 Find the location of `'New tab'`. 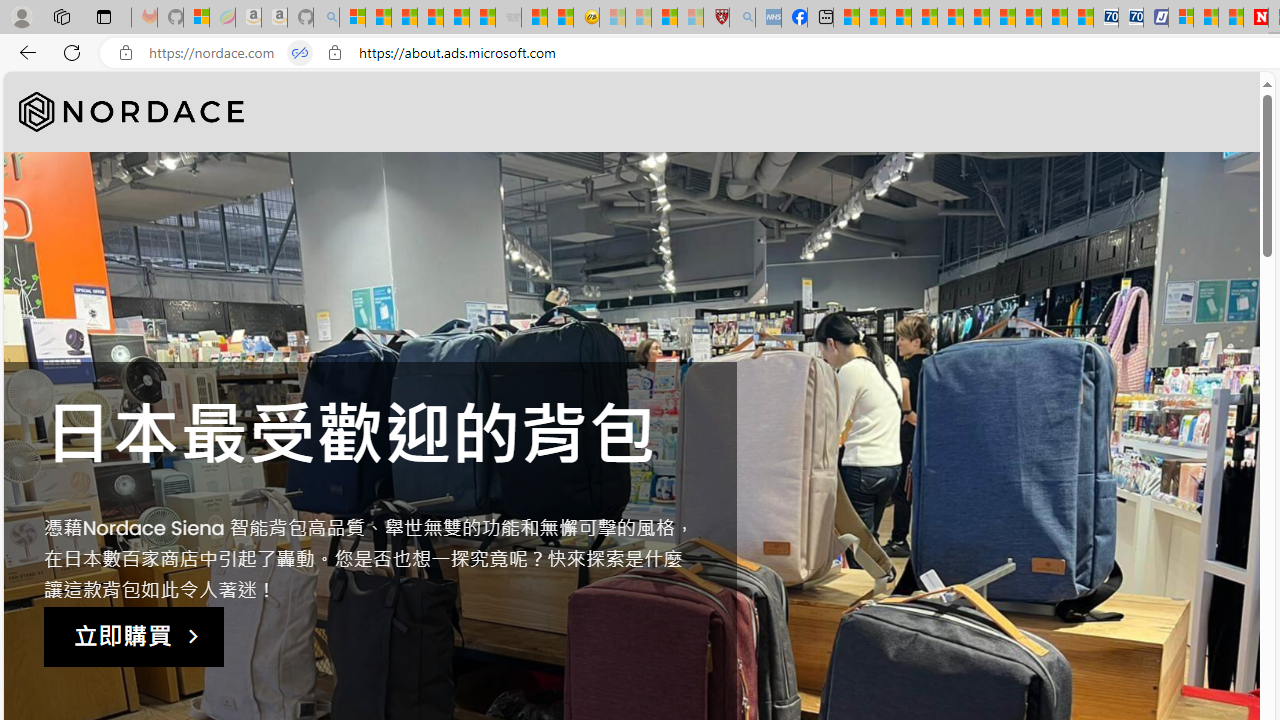

'New tab' is located at coordinates (820, 17).